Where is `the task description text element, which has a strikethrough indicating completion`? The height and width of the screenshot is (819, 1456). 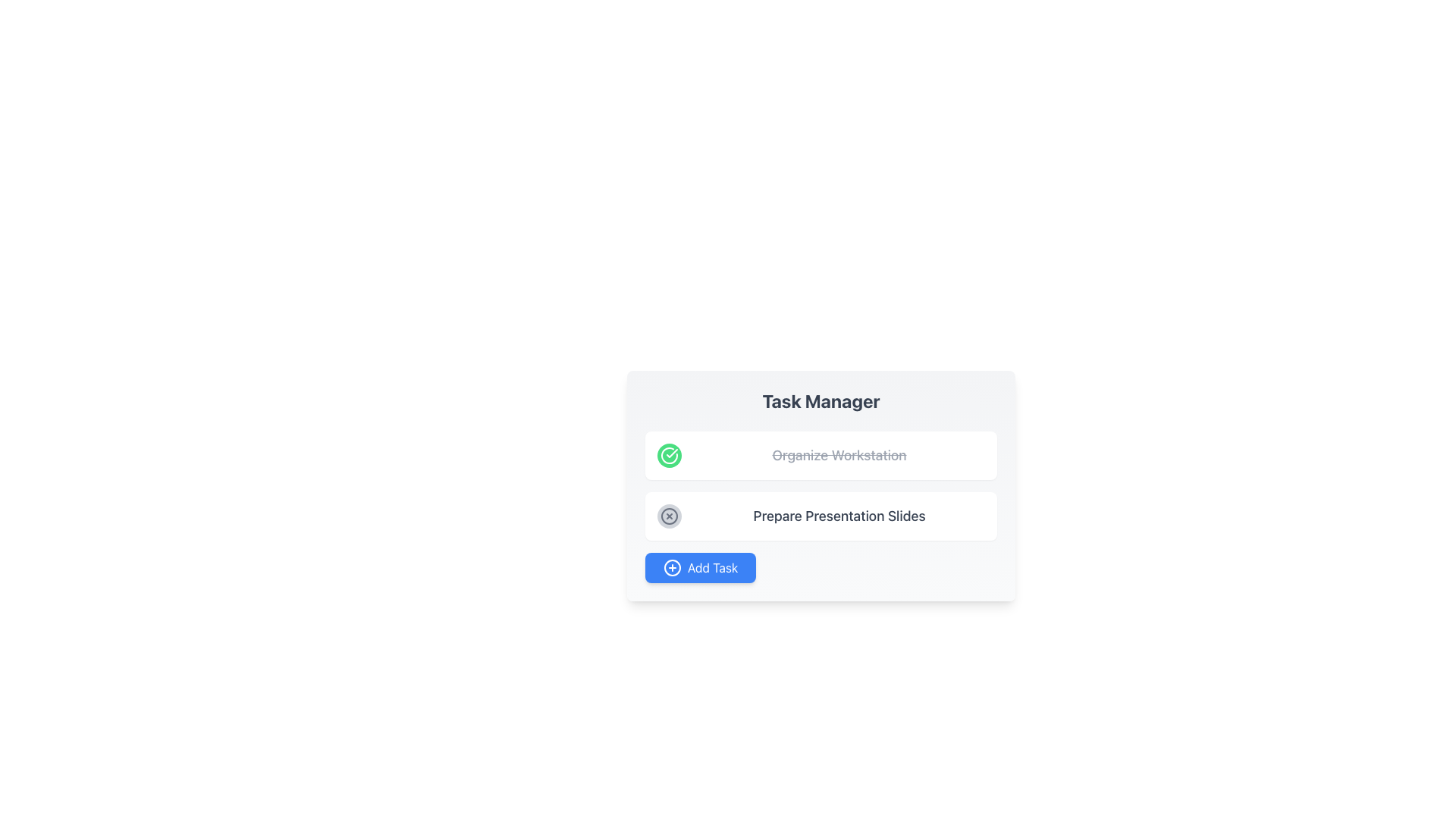
the task description text element, which has a strikethrough indicating completion is located at coordinates (839, 455).